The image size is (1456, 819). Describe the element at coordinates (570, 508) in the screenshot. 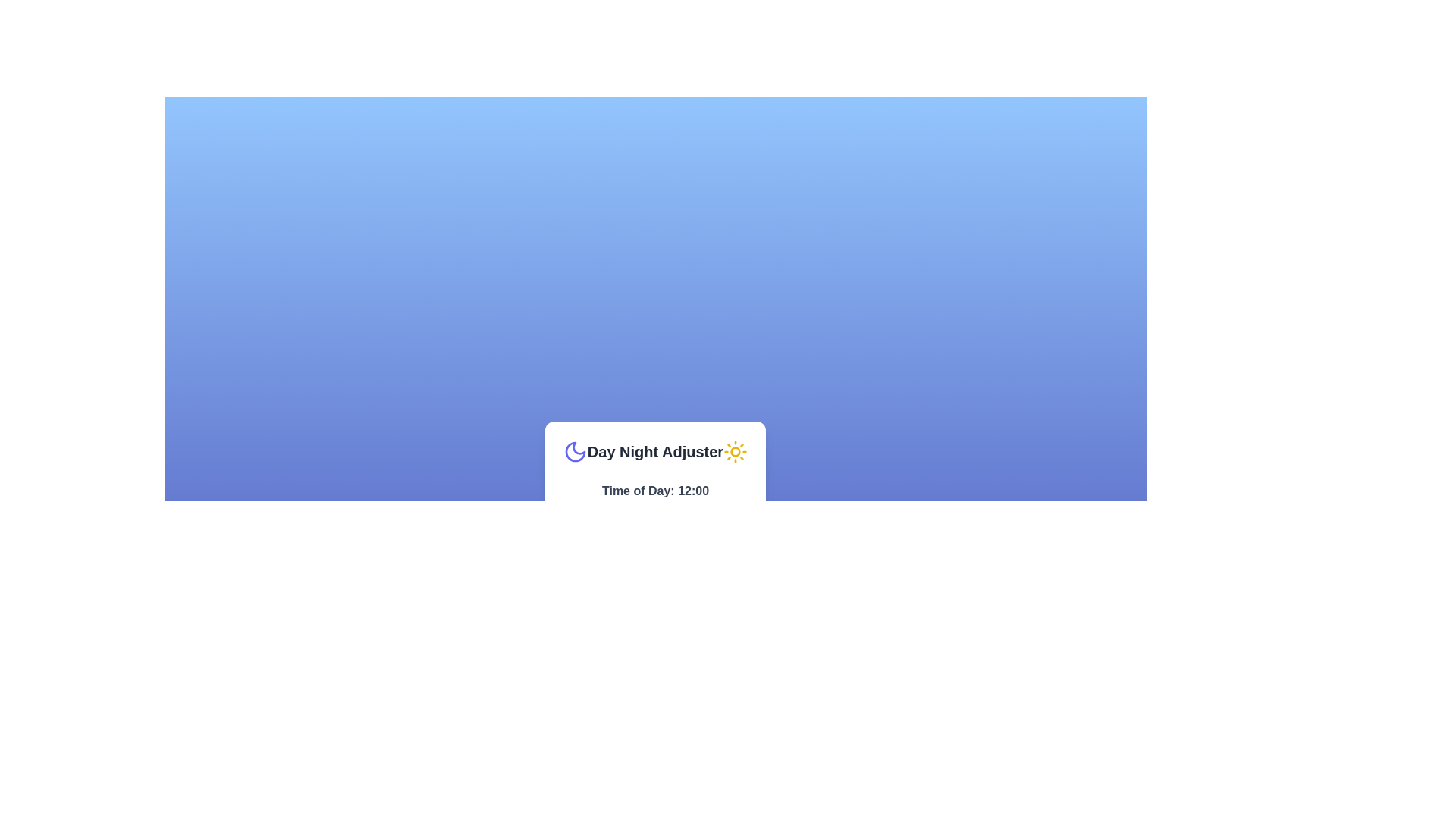

I see `the time to 1 hours using the slider` at that location.